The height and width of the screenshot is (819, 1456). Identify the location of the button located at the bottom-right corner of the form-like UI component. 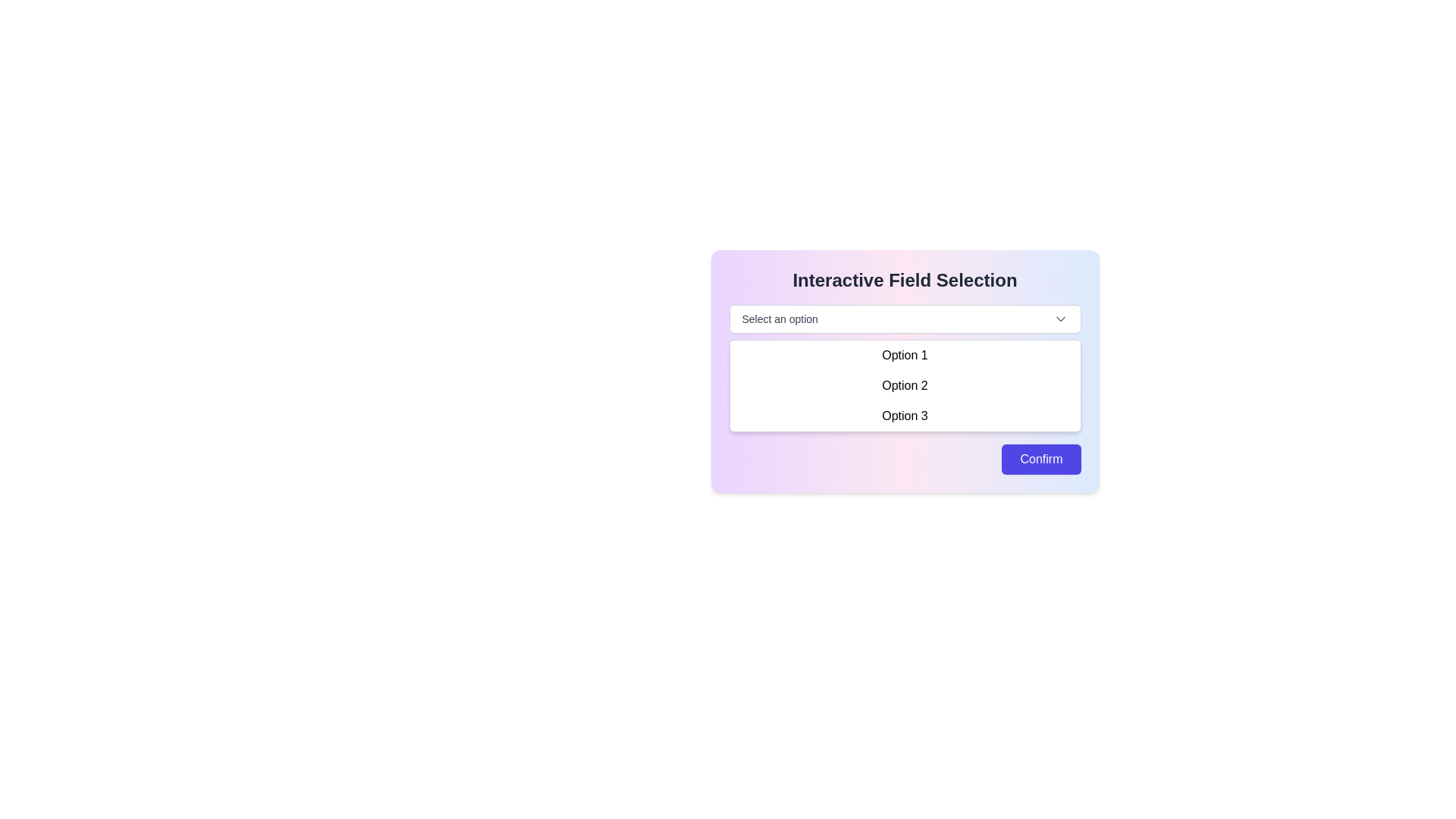
(1040, 458).